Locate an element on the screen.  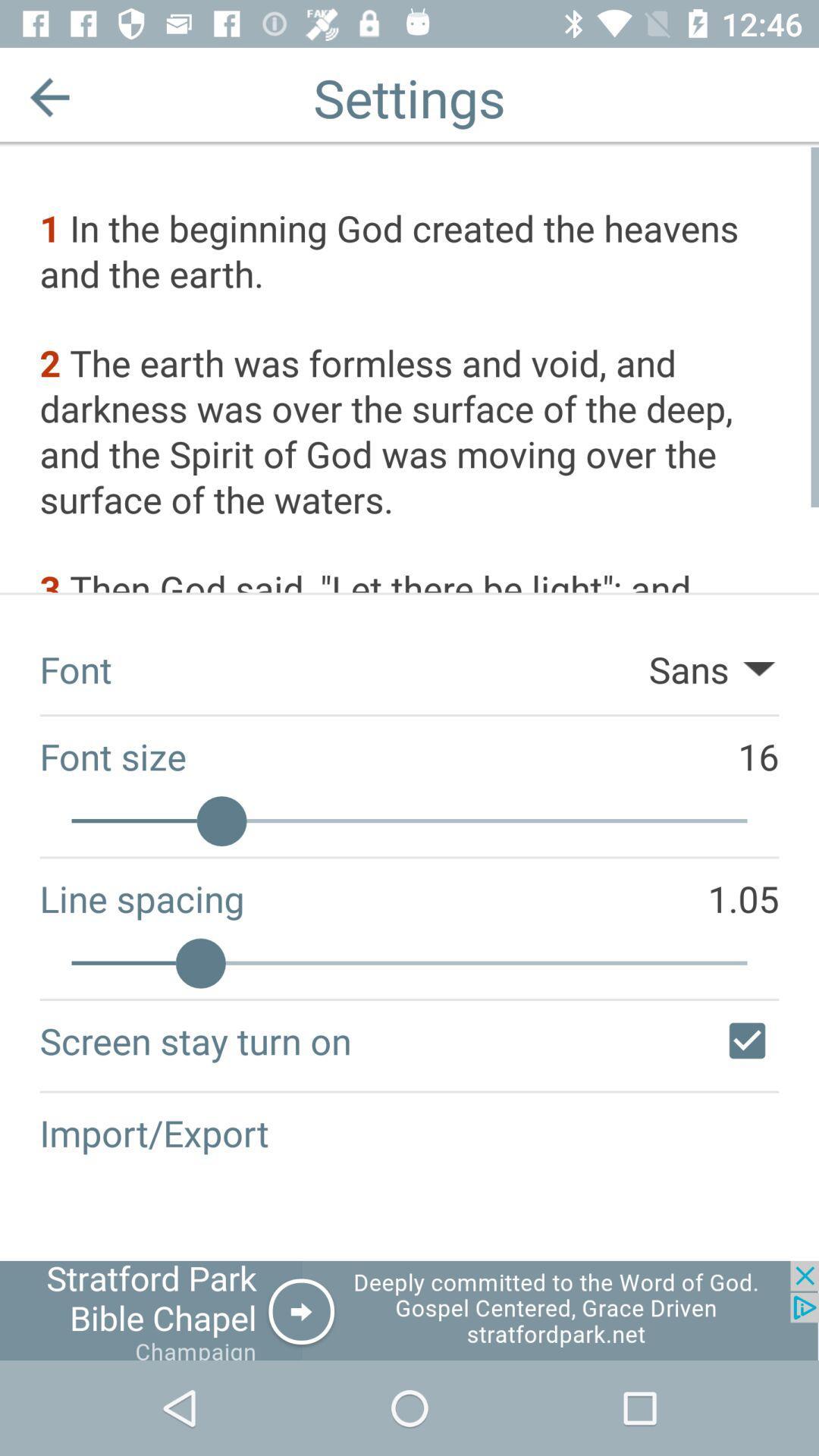
visit the advertisement site is located at coordinates (409, 1310).